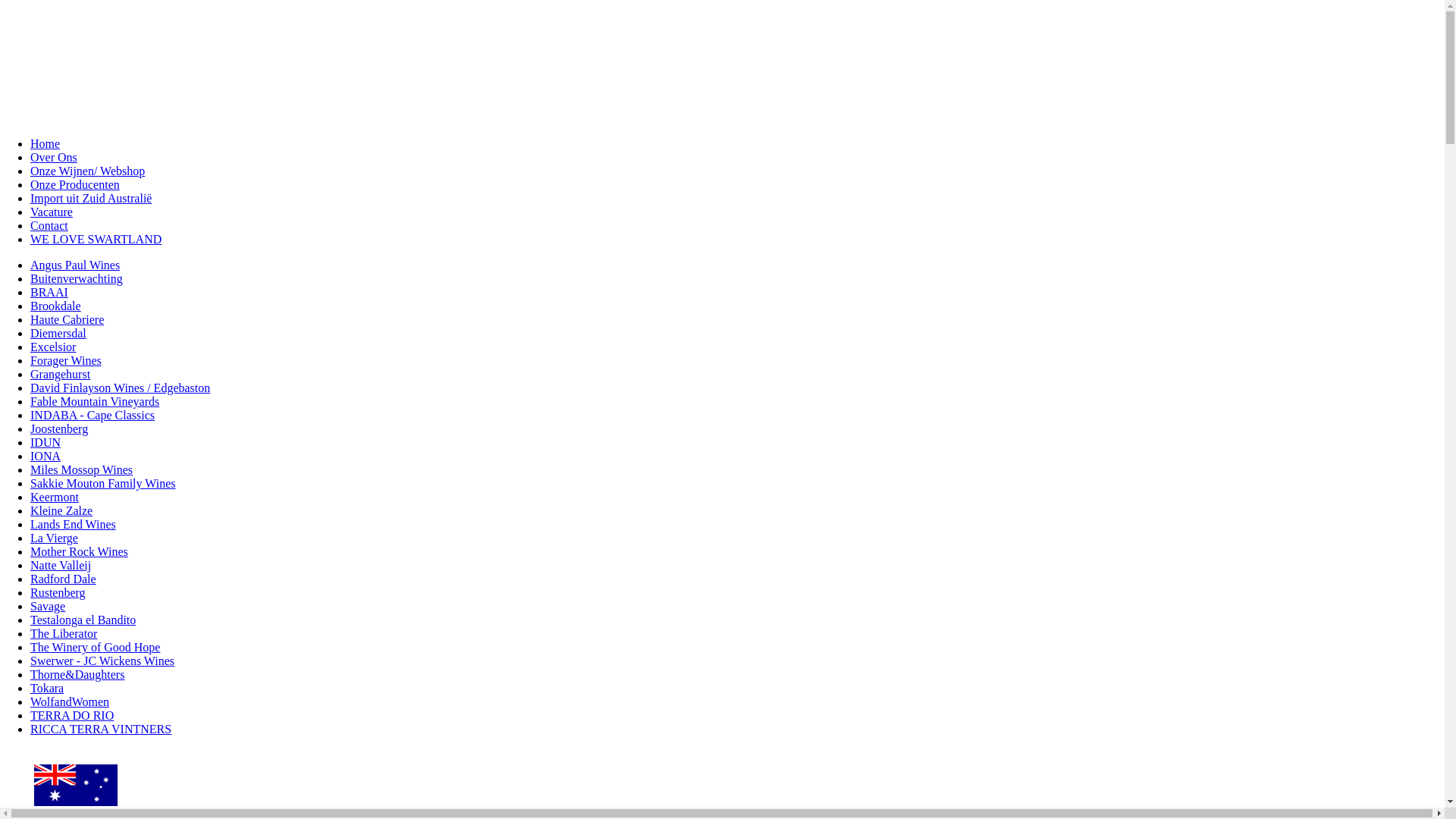  Describe the element at coordinates (74, 184) in the screenshot. I see `'Onze Producenten'` at that location.